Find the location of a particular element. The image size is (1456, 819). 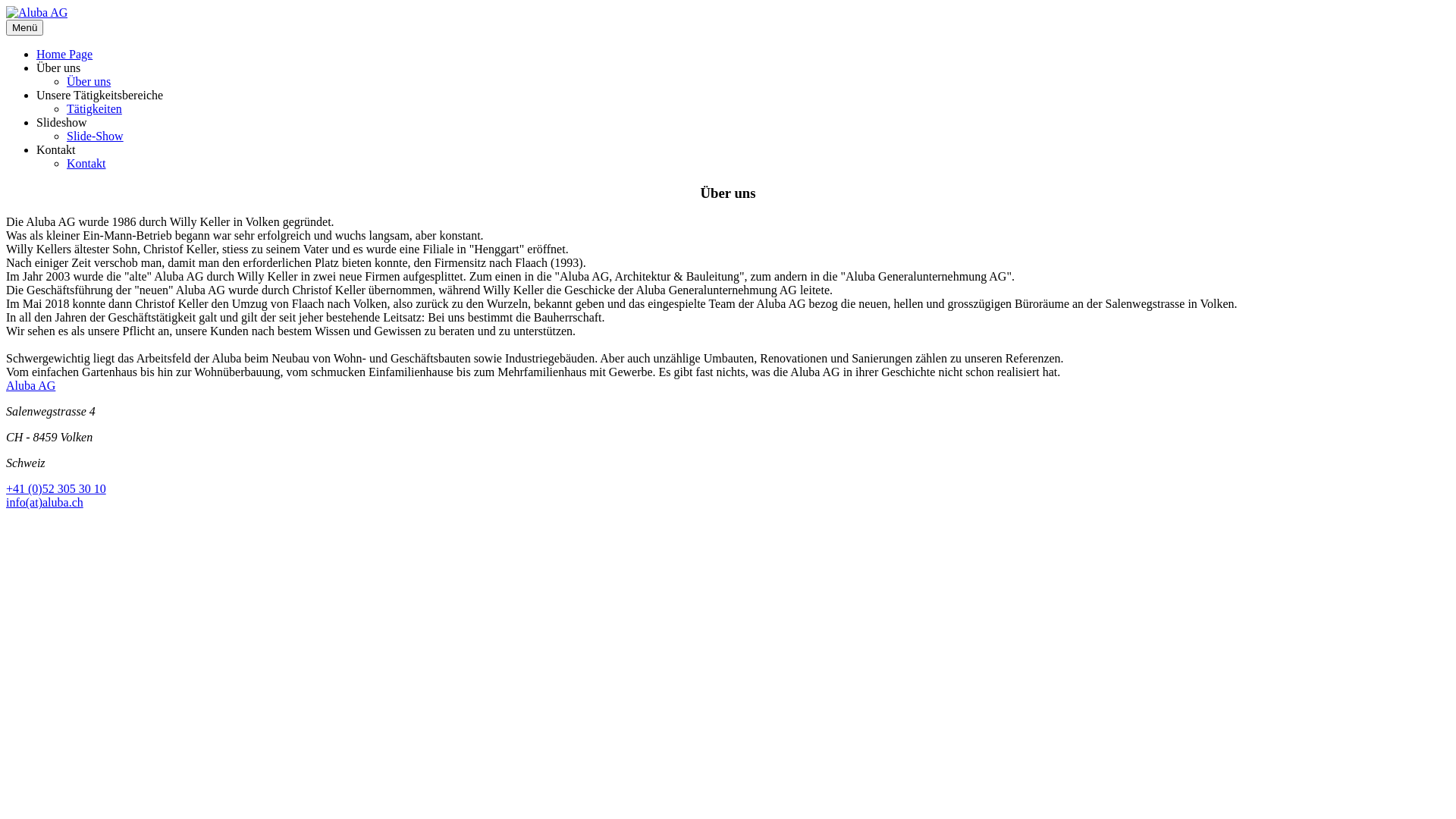

'Slide-Show' is located at coordinates (65, 135).